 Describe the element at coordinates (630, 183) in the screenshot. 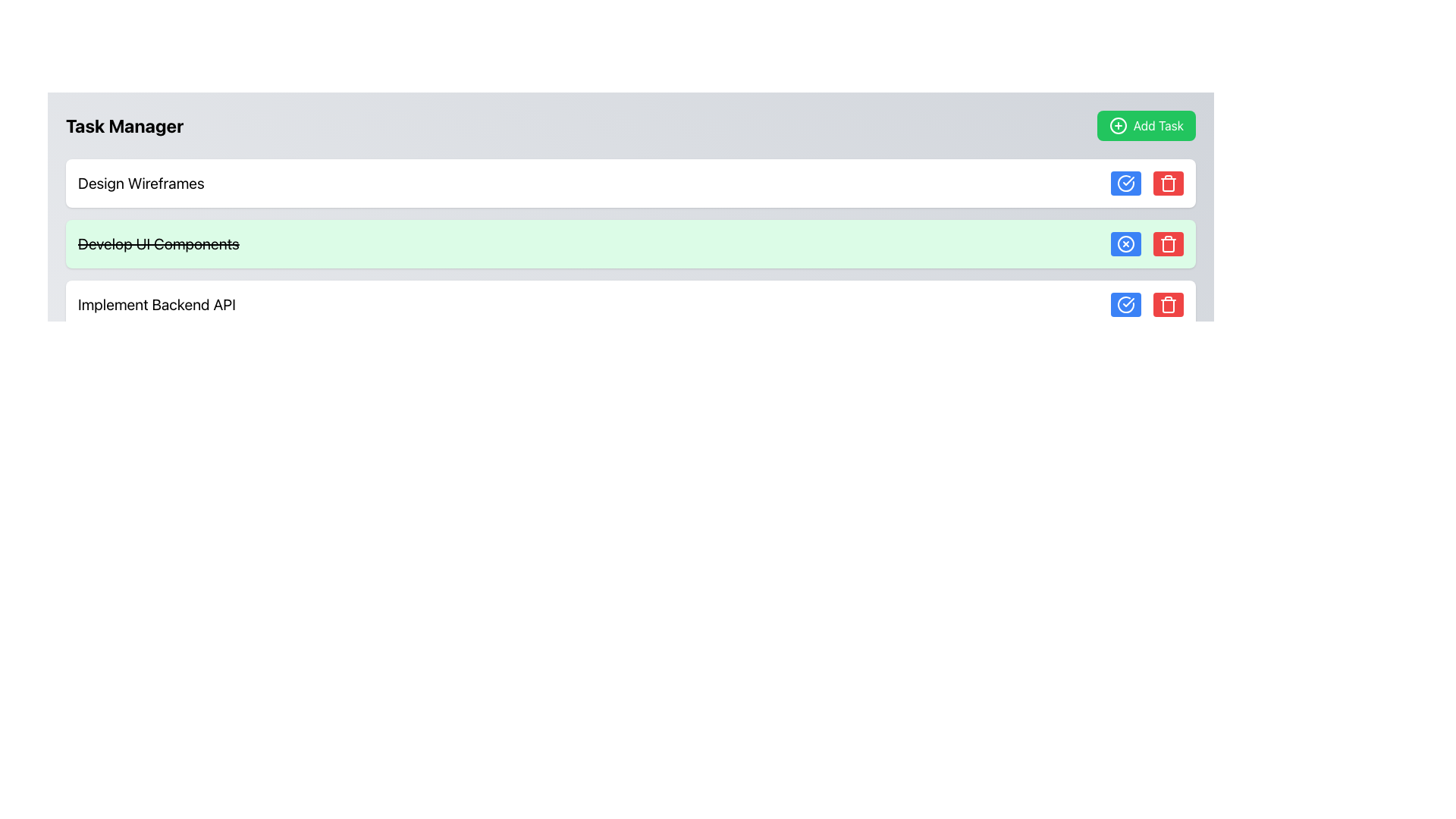

I see `the Task entry panel labeled 'Design Wireframes', which is the first item` at that location.